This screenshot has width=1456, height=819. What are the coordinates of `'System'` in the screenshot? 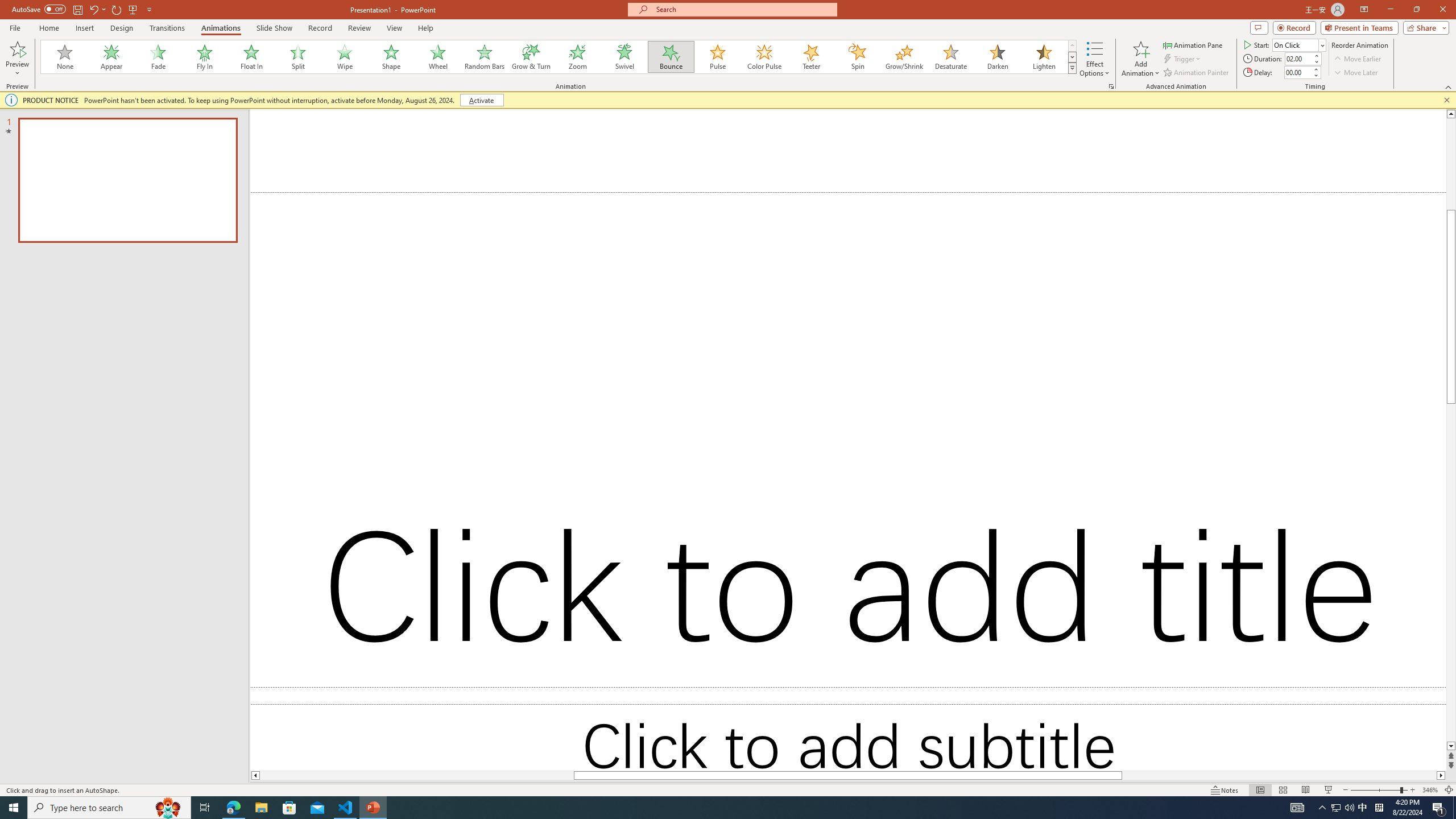 It's located at (6, 5).